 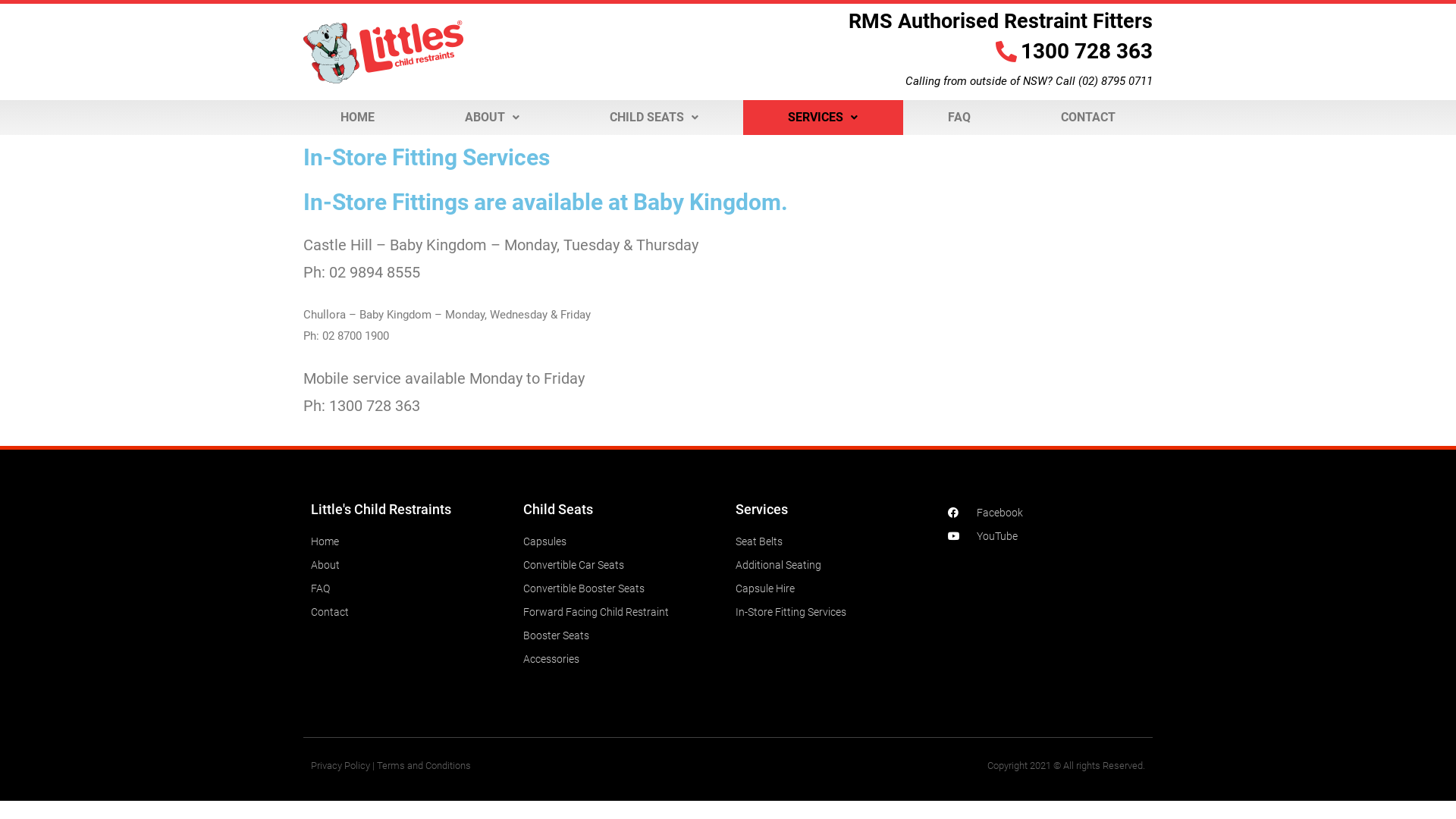 I want to click on 'CHILD SEATS', so click(x=654, y=116).